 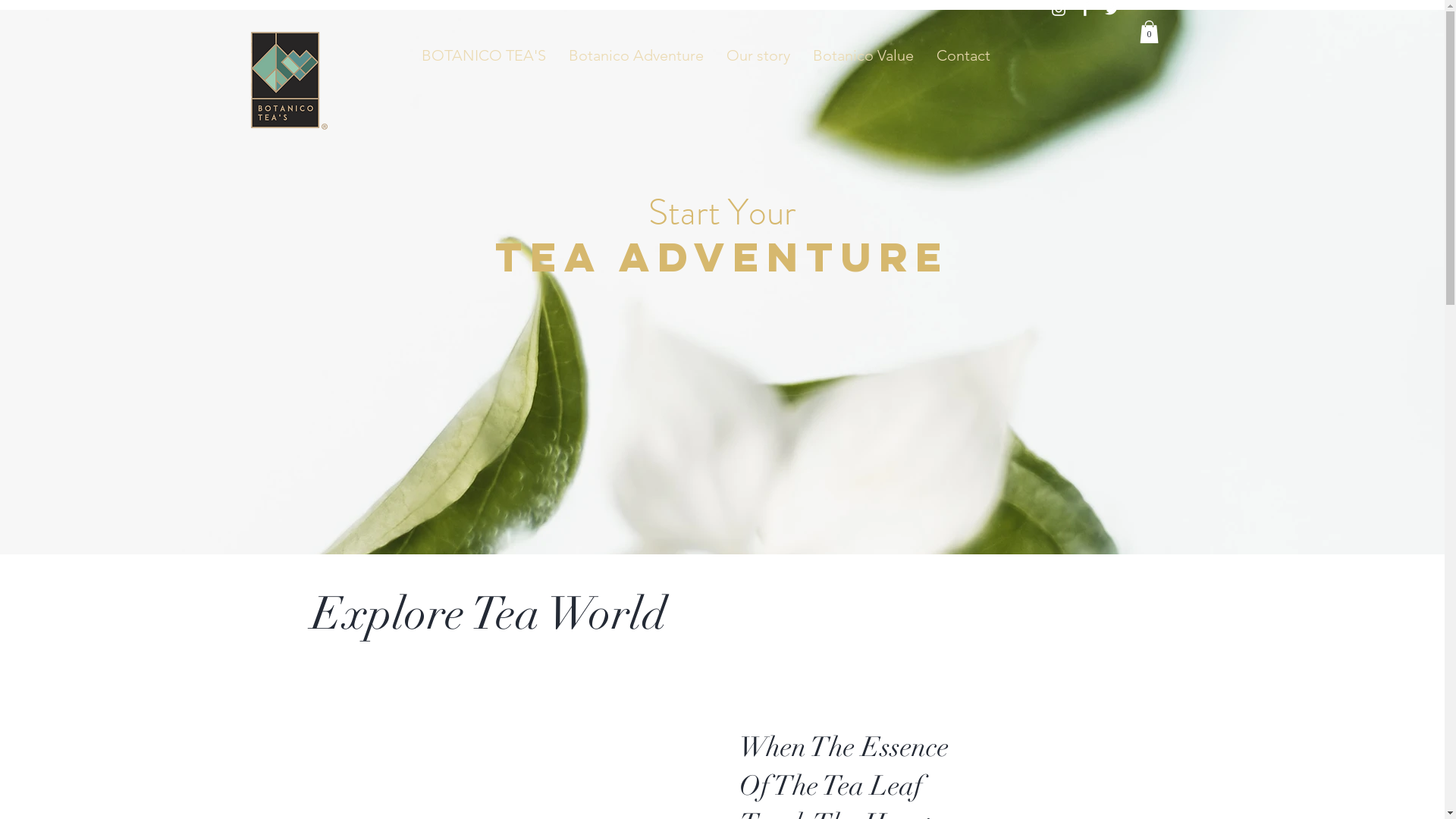 What do you see at coordinates (636, 55) in the screenshot?
I see `'Botanico Adventure'` at bounding box center [636, 55].